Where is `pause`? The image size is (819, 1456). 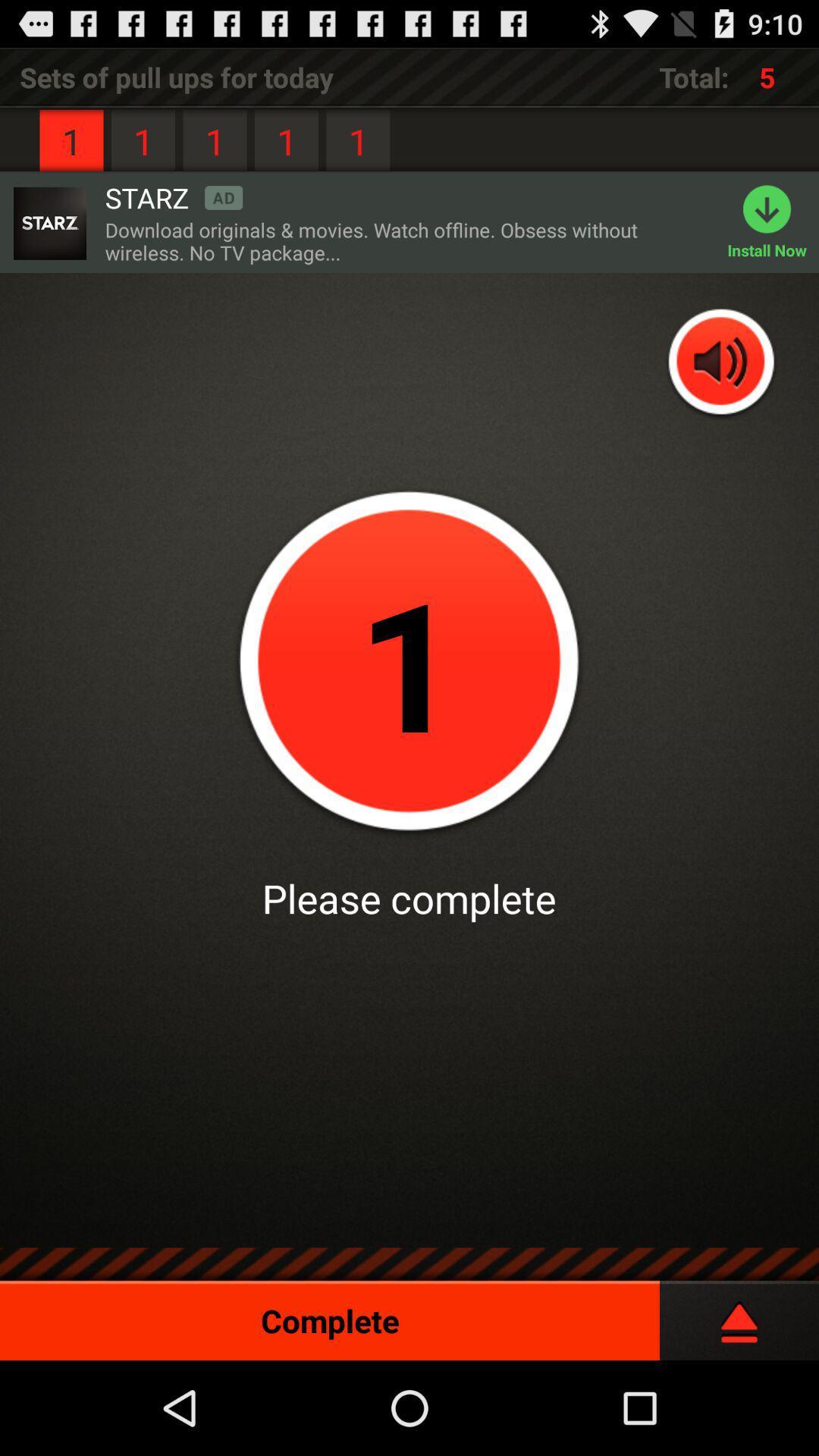 pause is located at coordinates (739, 1313).